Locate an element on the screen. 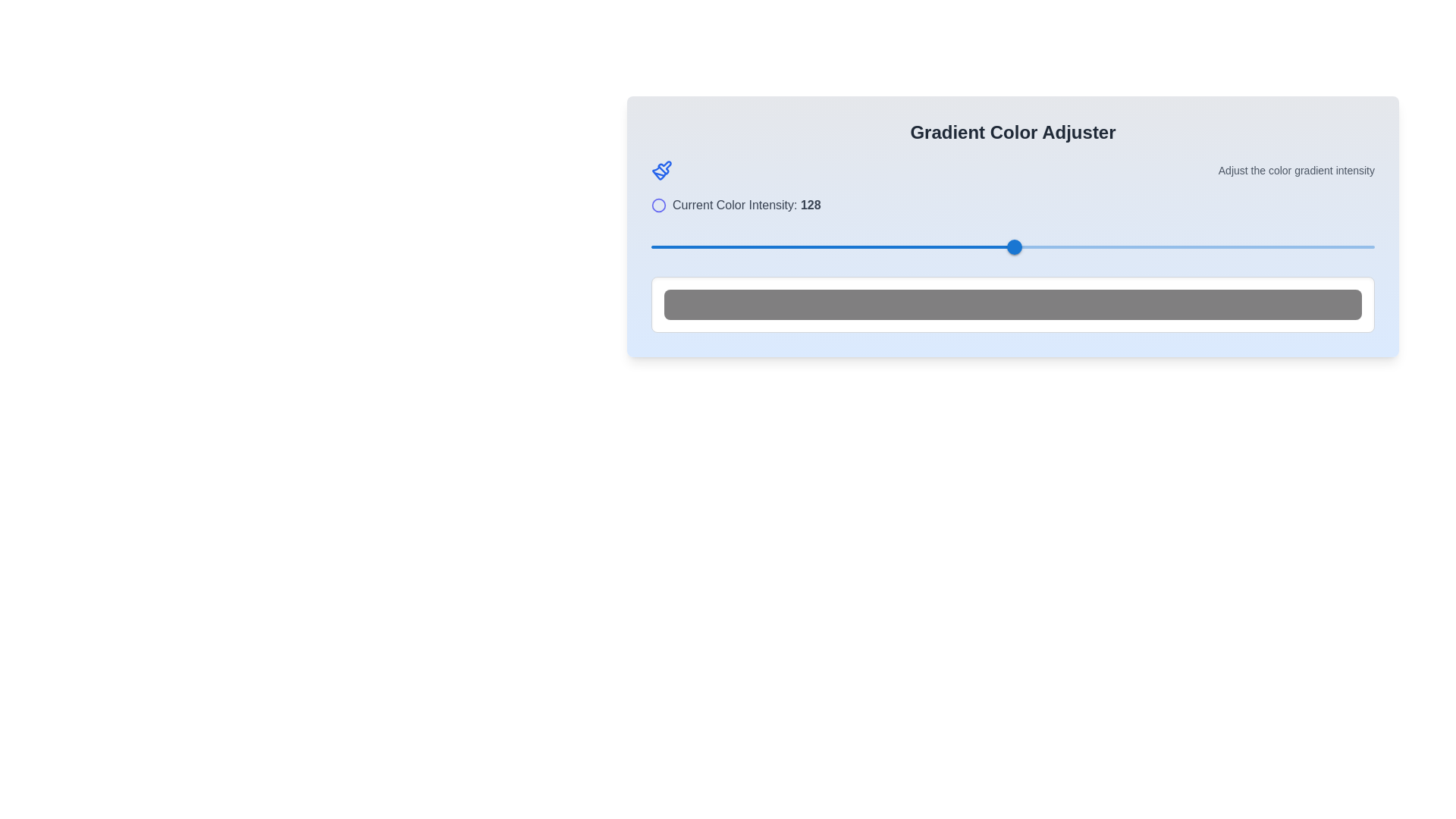 The height and width of the screenshot is (819, 1456). the gradient color intensity is located at coordinates (991, 246).